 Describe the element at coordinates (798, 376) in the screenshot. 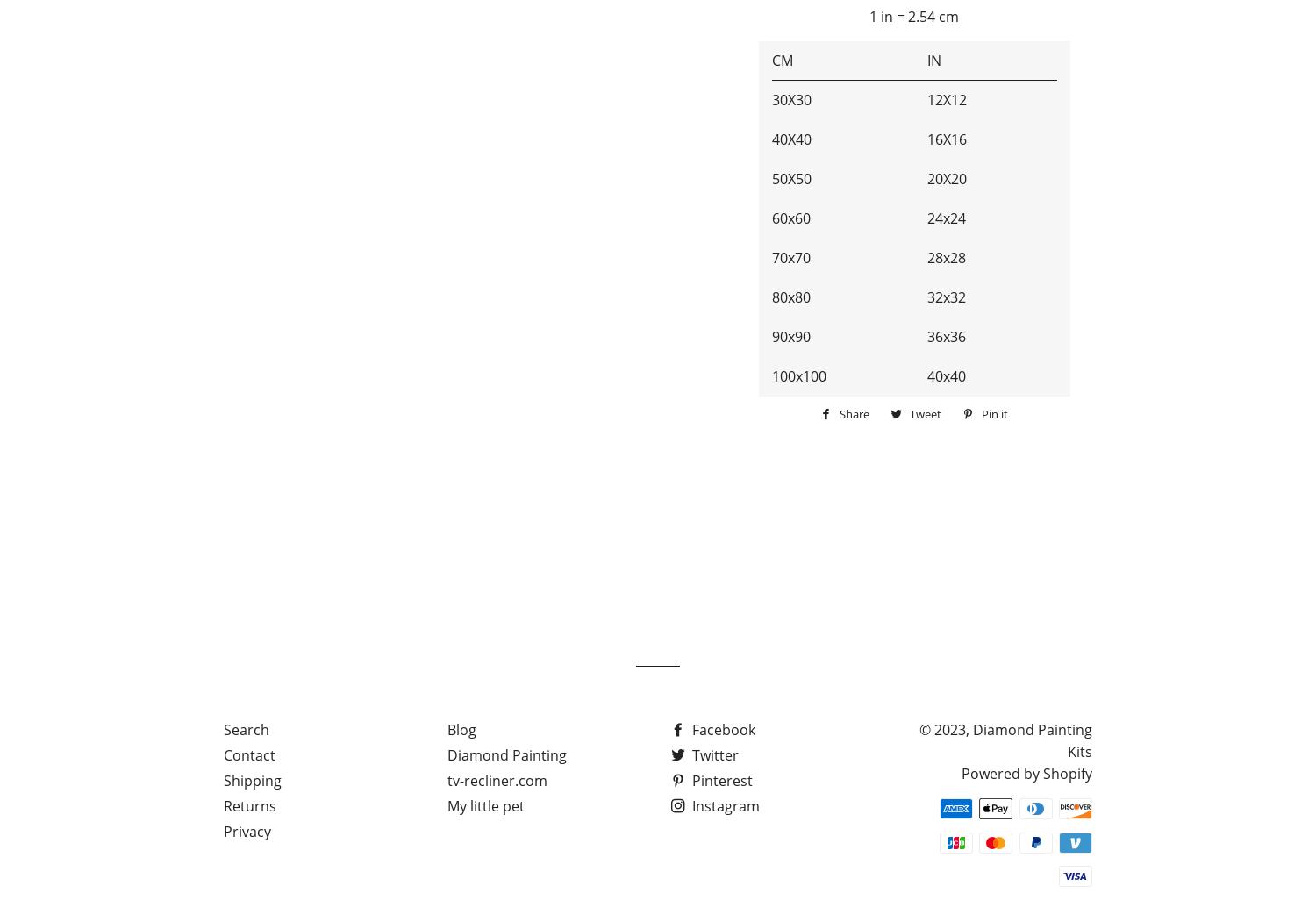

I see `'100x100'` at that location.